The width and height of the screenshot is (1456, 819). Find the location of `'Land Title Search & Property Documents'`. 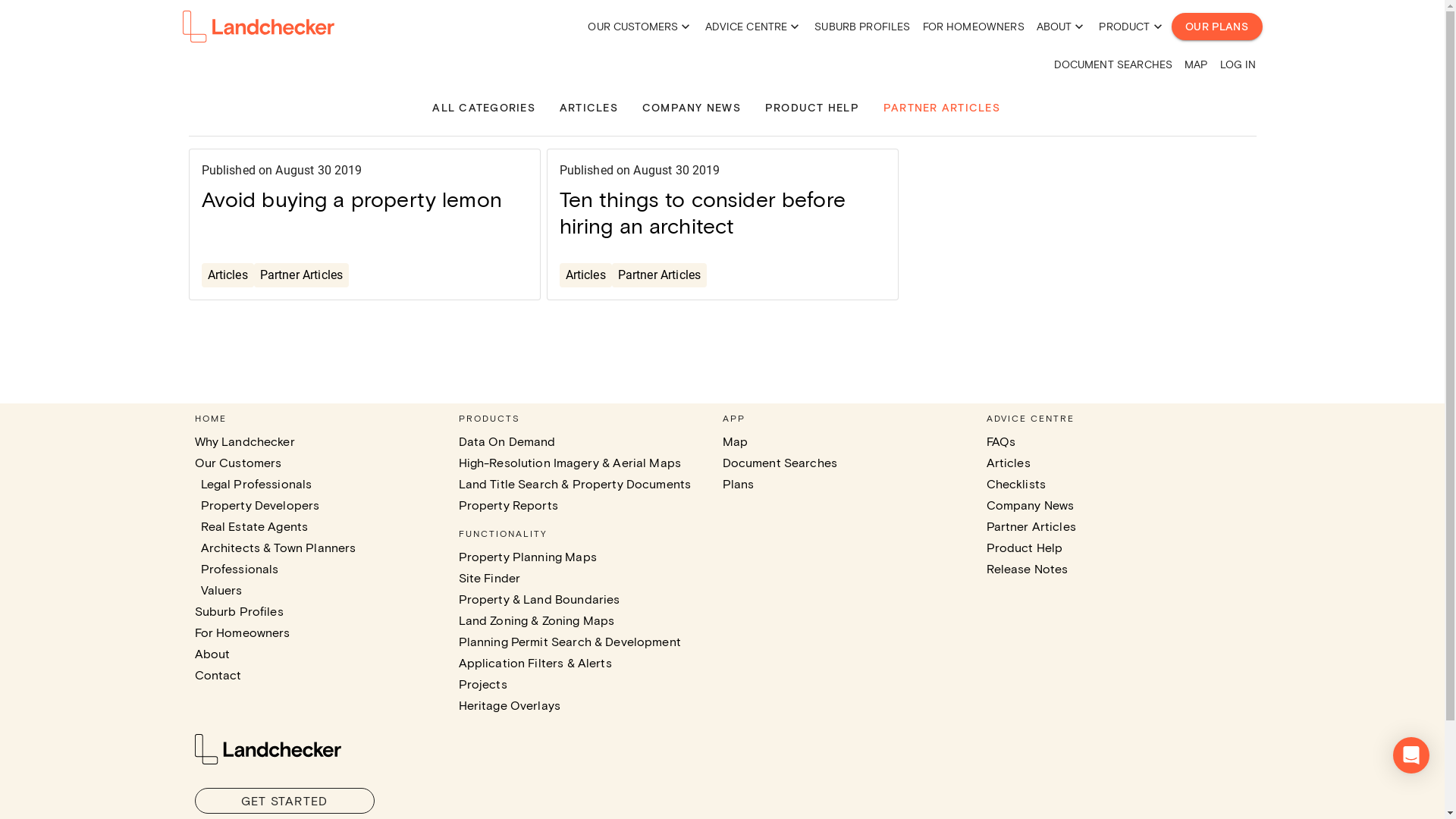

'Land Title Search & Property Documents' is located at coordinates (573, 484).